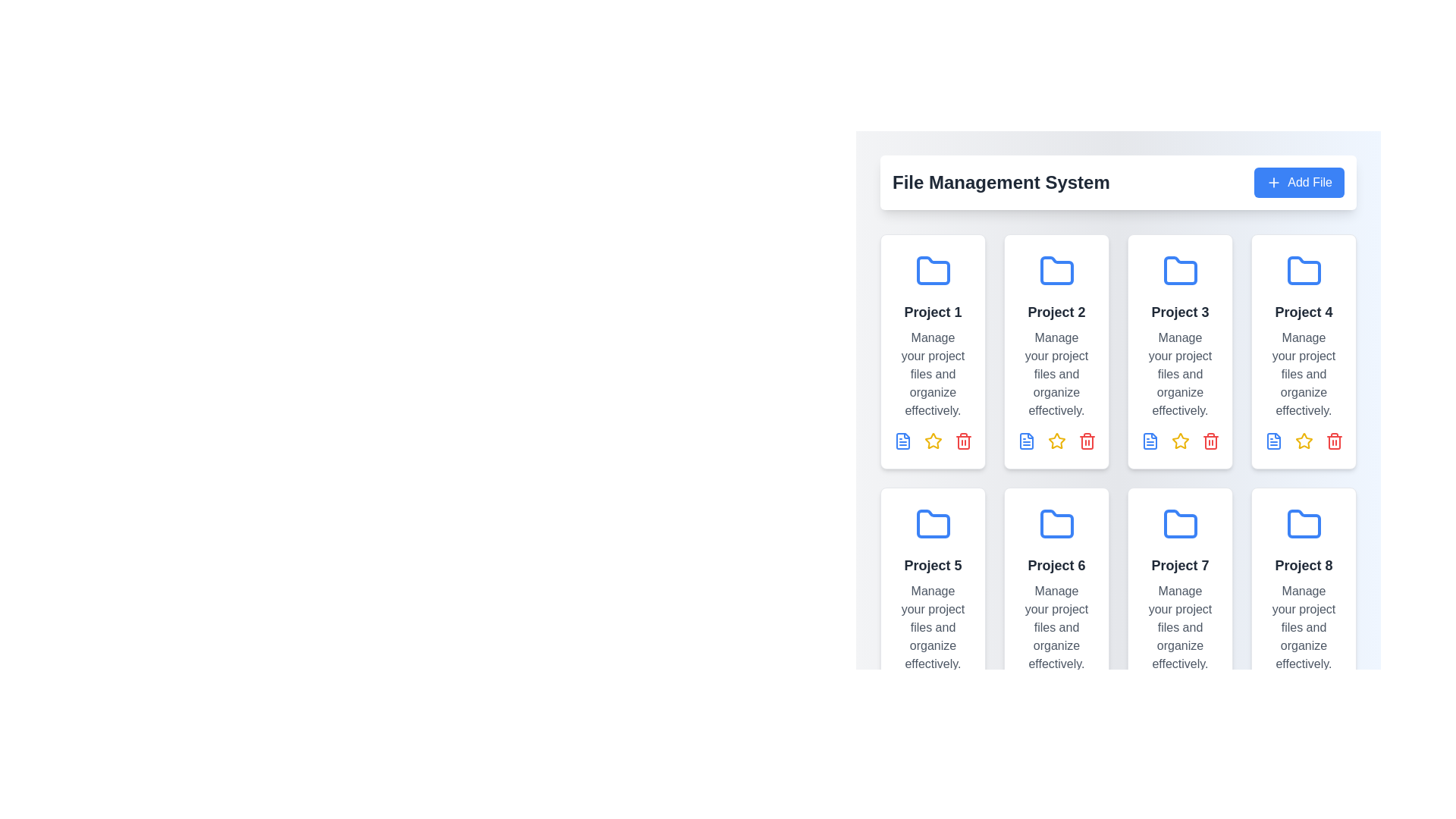  Describe the element at coordinates (932, 604) in the screenshot. I see `the card representing 'Project 5', located in the second row, first column of the grid structure` at that location.